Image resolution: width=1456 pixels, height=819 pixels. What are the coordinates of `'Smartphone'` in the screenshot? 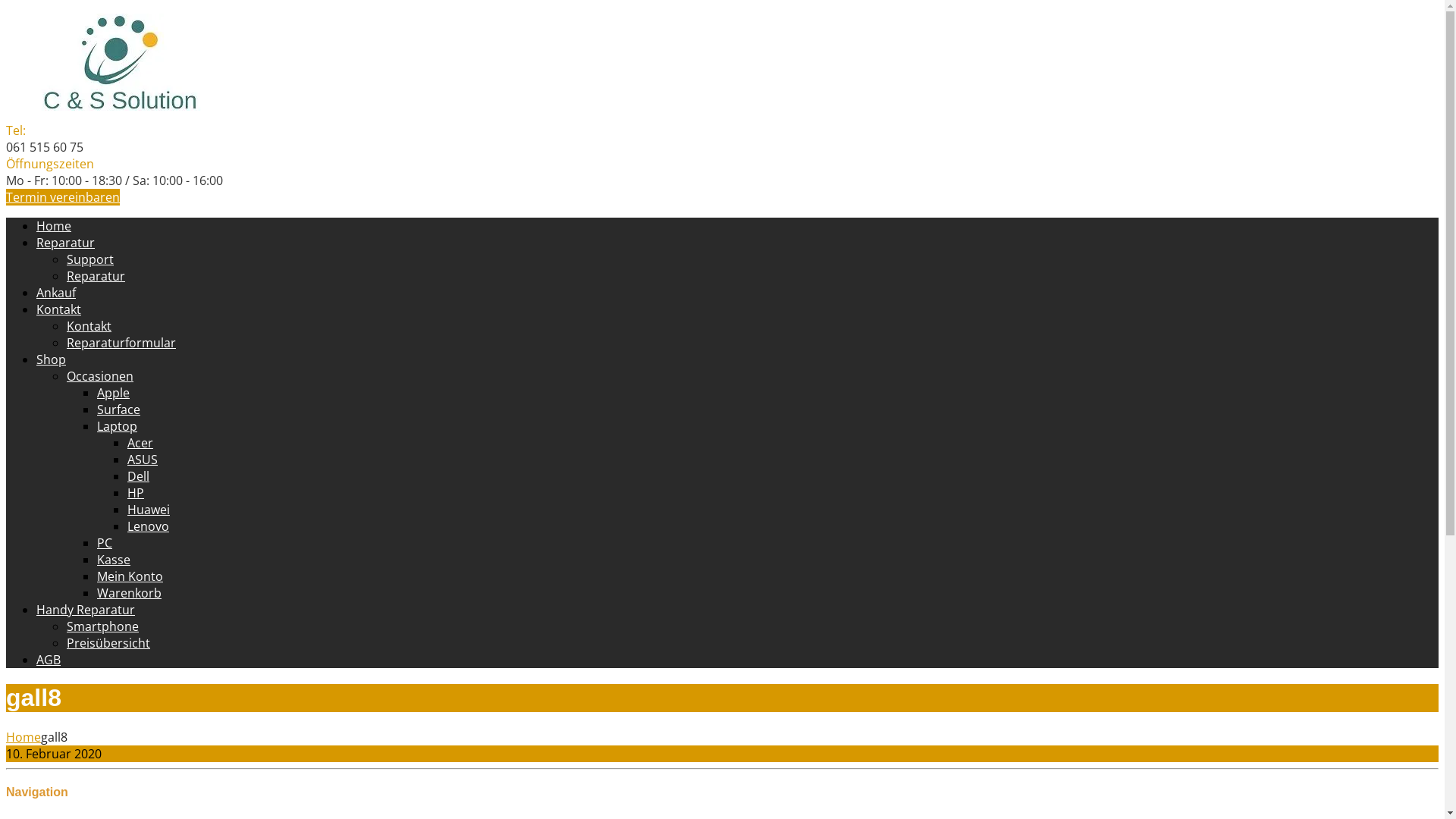 It's located at (102, 626).